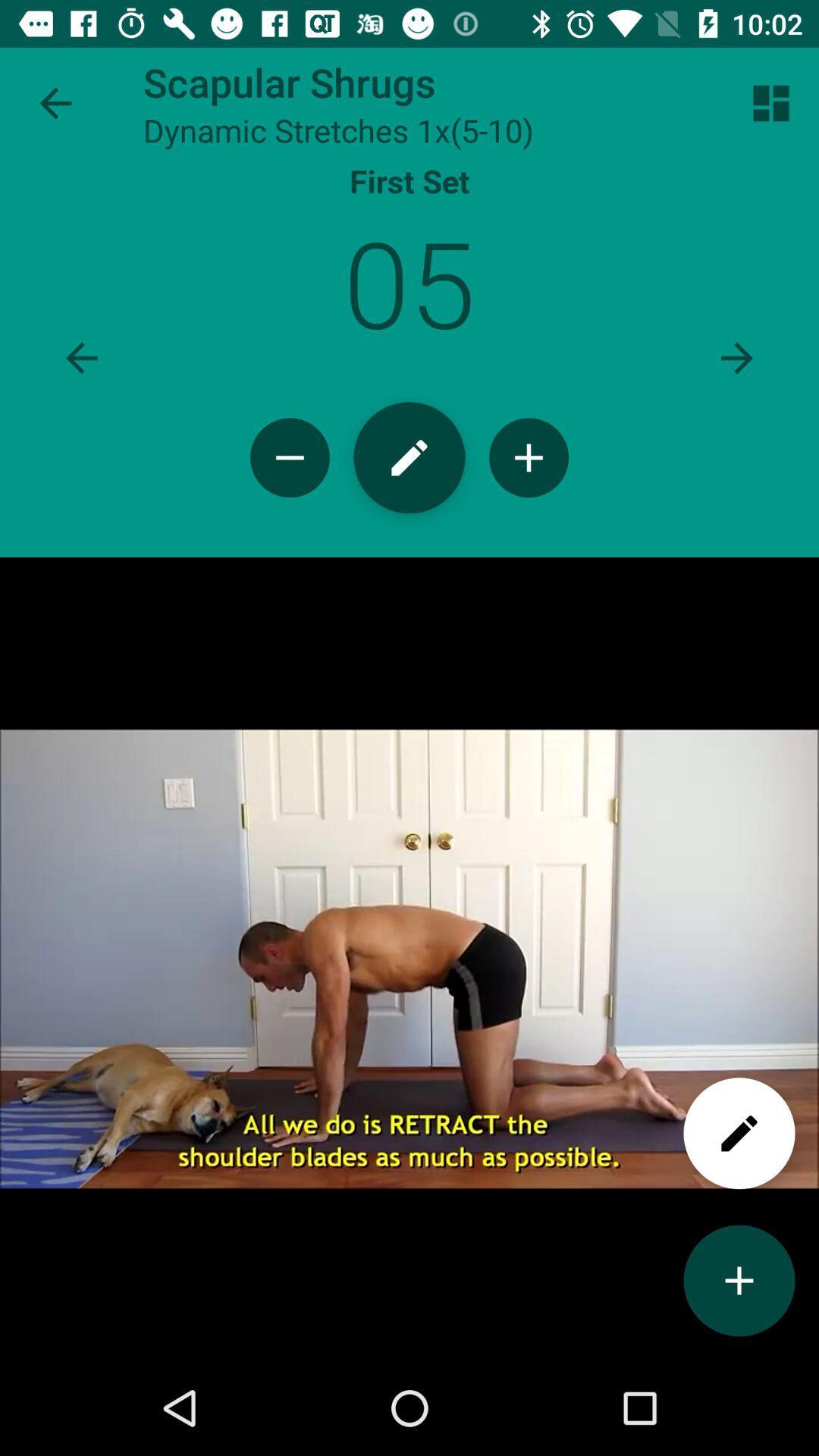 This screenshot has height=1456, width=819. I want to click on the add icon, so click(739, 1370).